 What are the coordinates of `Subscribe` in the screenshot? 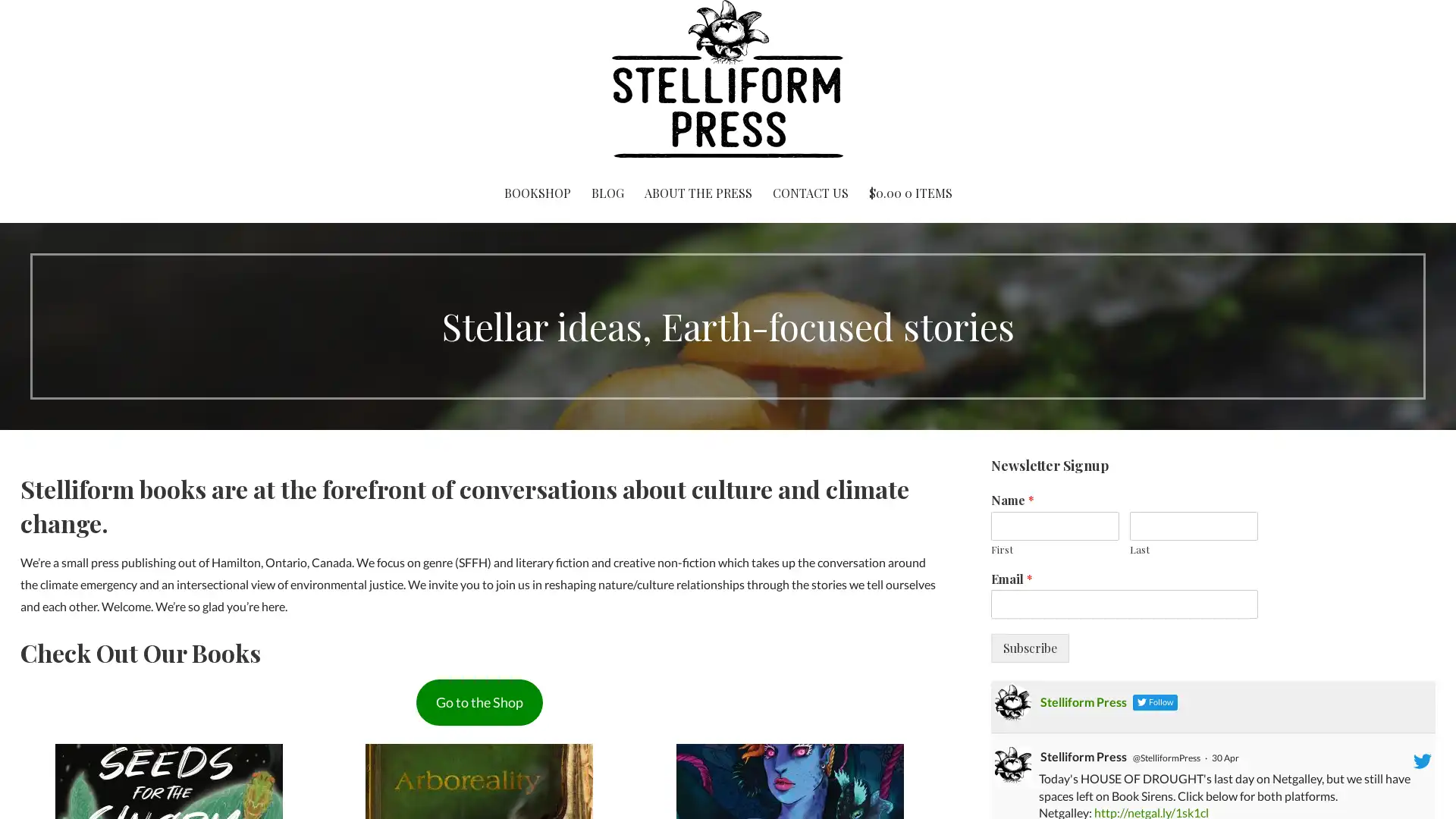 It's located at (1029, 648).